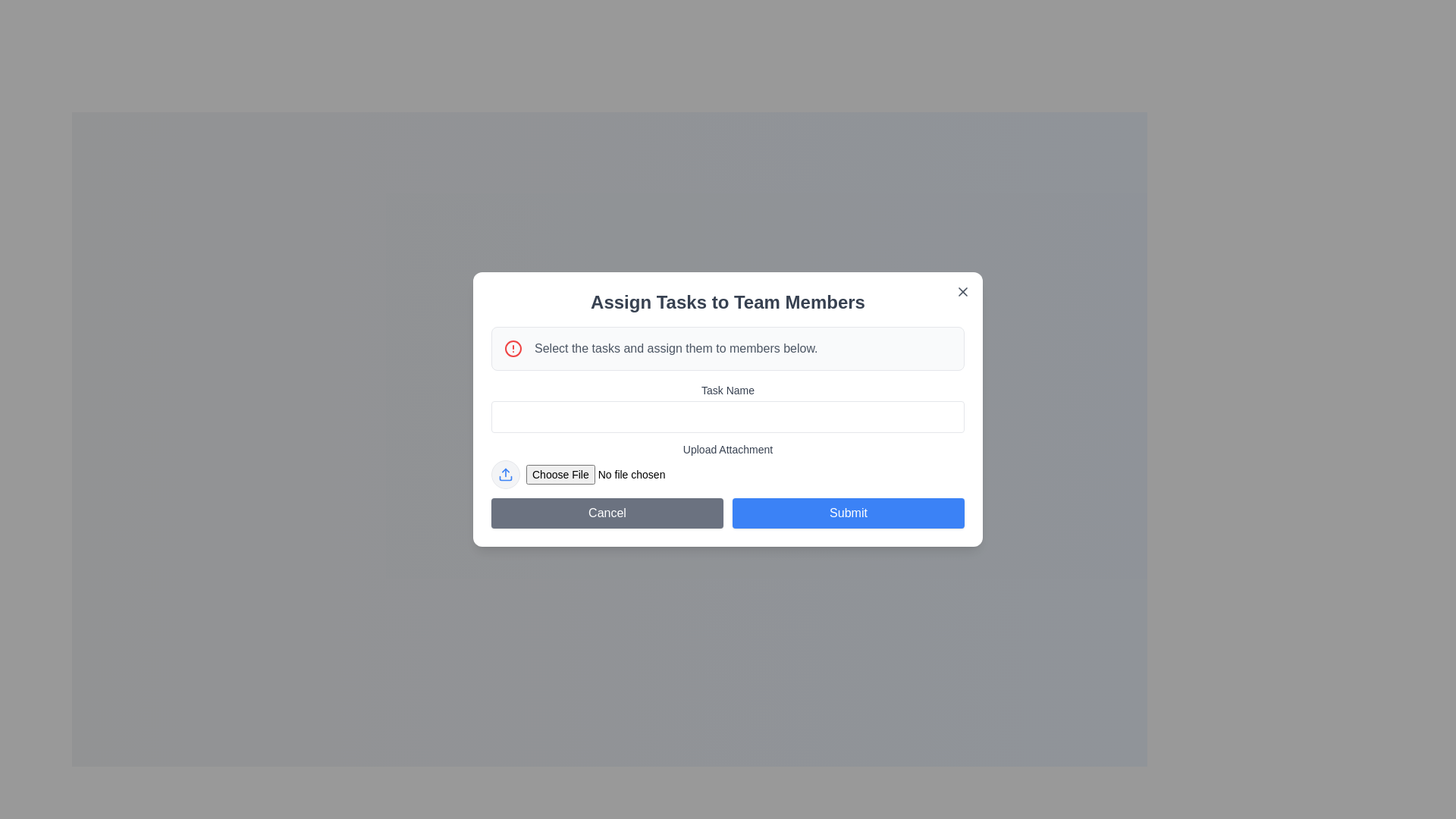  I want to click on the cancel button located at the bottom-left of the modal window to observe any hover effects, so click(607, 513).